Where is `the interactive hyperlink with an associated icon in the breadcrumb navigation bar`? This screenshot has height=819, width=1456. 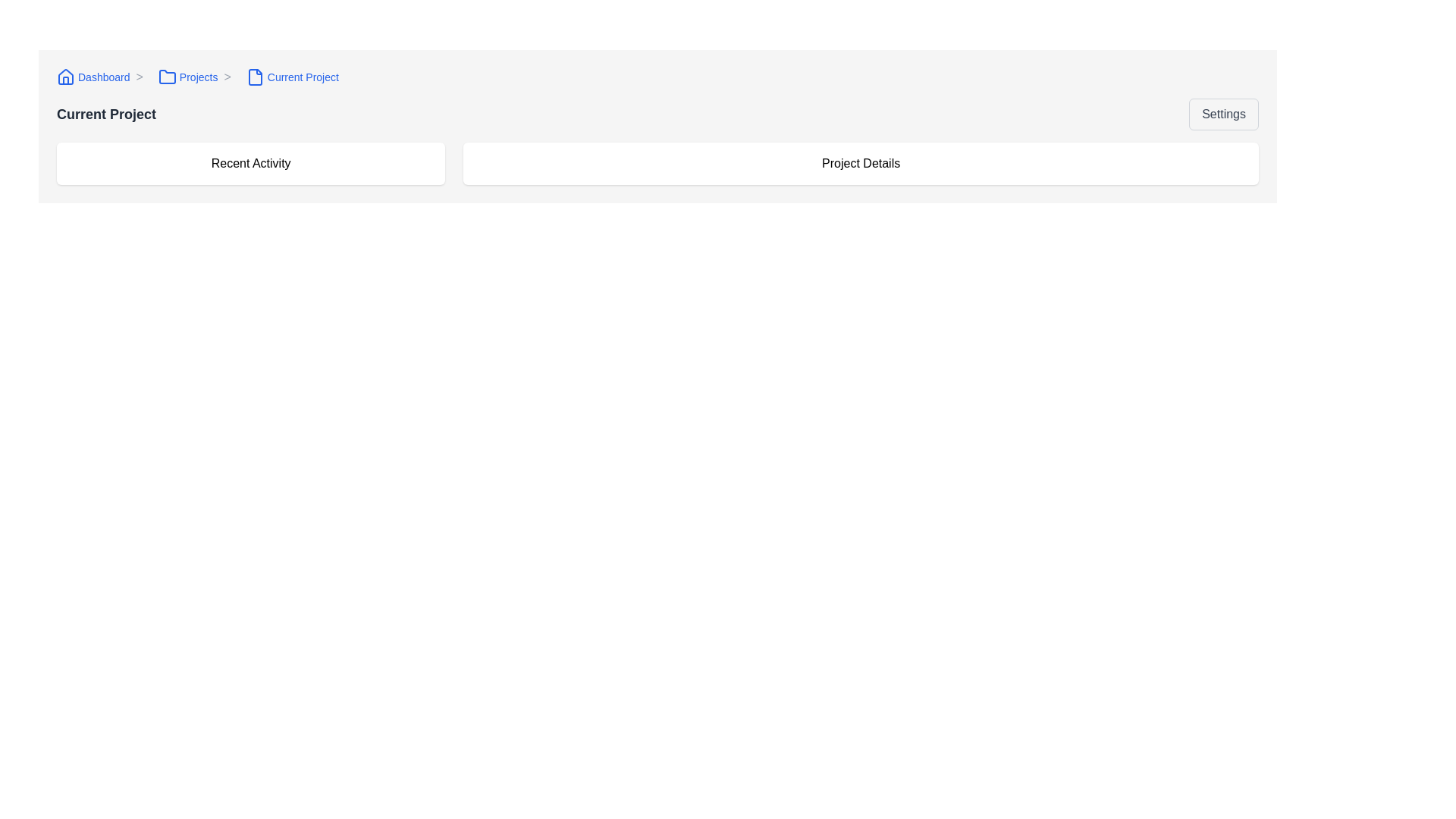 the interactive hyperlink with an associated icon in the breadcrumb navigation bar is located at coordinates (93, 77).